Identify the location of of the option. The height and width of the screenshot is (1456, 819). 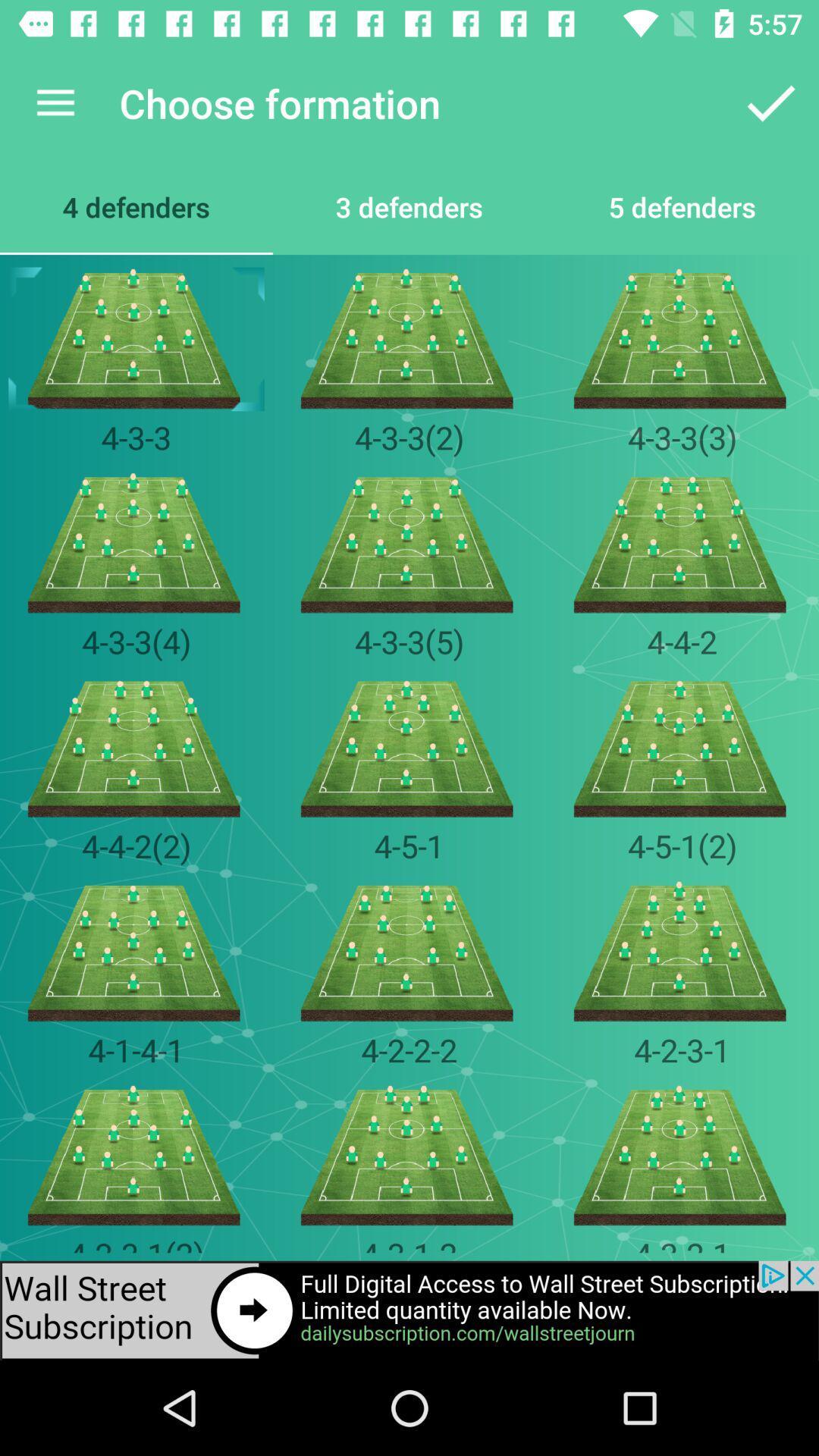
(409, 1310).